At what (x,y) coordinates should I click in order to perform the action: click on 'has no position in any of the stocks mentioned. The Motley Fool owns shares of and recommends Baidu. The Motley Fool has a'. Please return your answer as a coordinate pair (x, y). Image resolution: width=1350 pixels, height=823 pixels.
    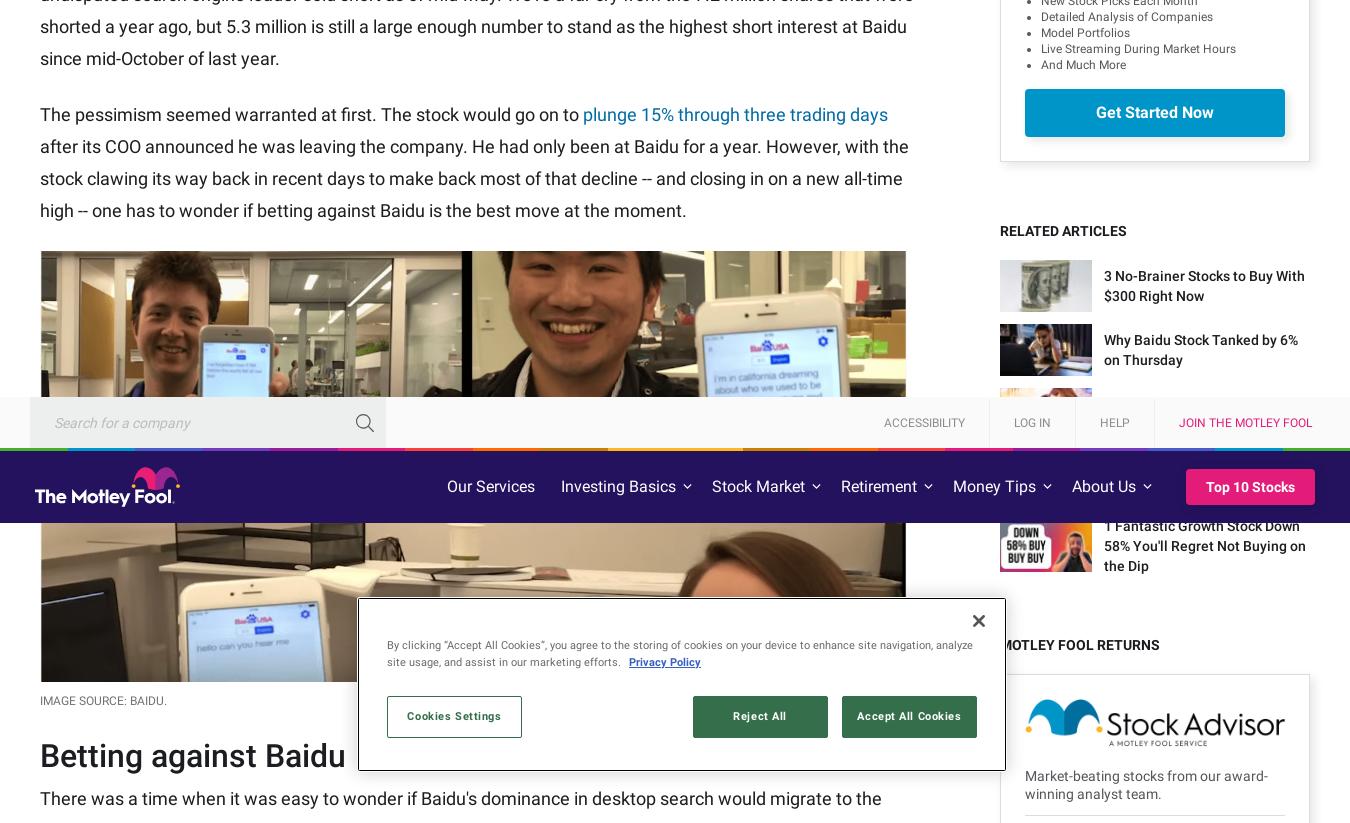
    Looking at the image, I should click on (458, 381).